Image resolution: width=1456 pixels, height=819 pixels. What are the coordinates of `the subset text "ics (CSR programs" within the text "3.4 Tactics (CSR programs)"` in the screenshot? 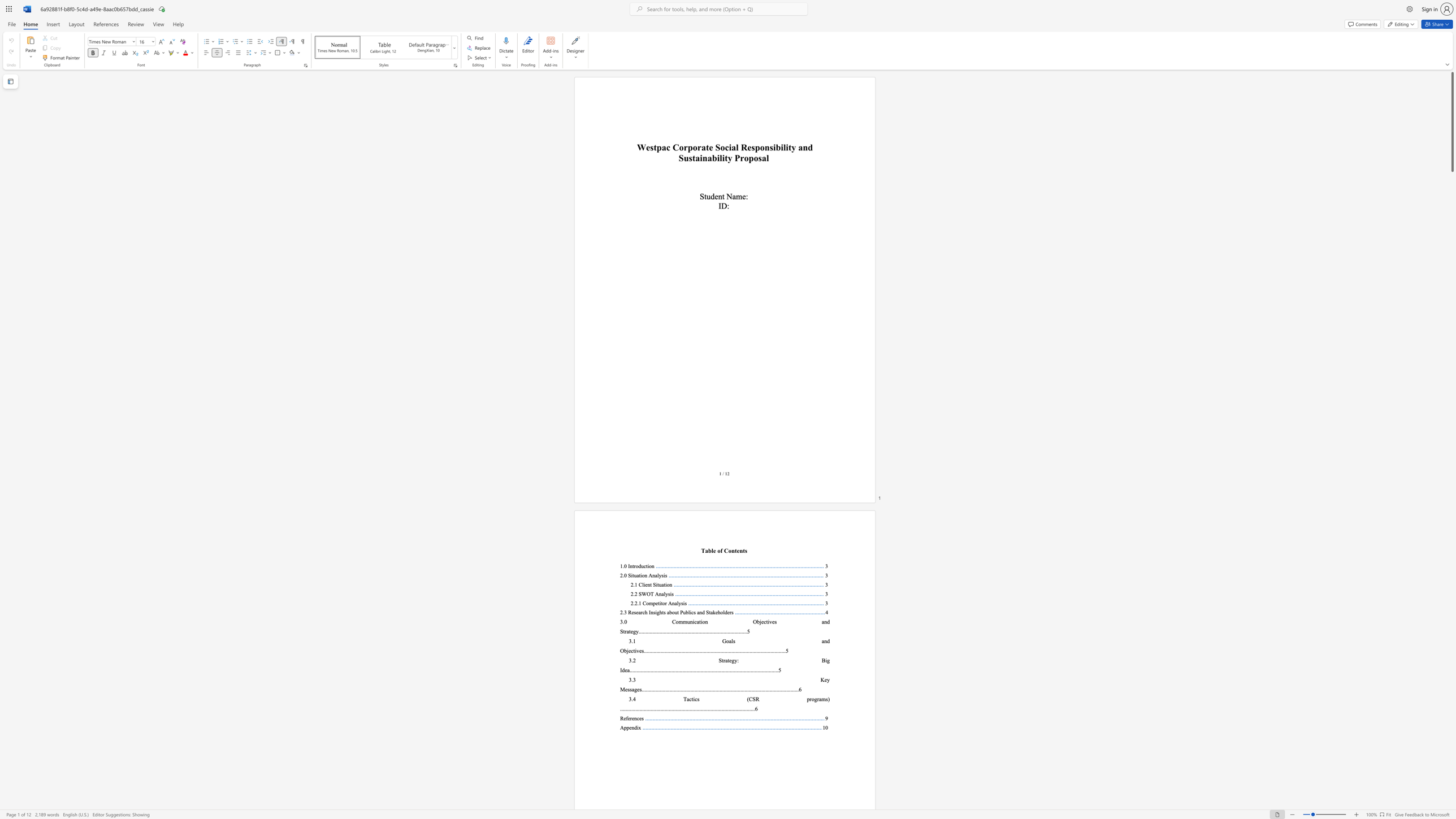 It's located at (693, 698).